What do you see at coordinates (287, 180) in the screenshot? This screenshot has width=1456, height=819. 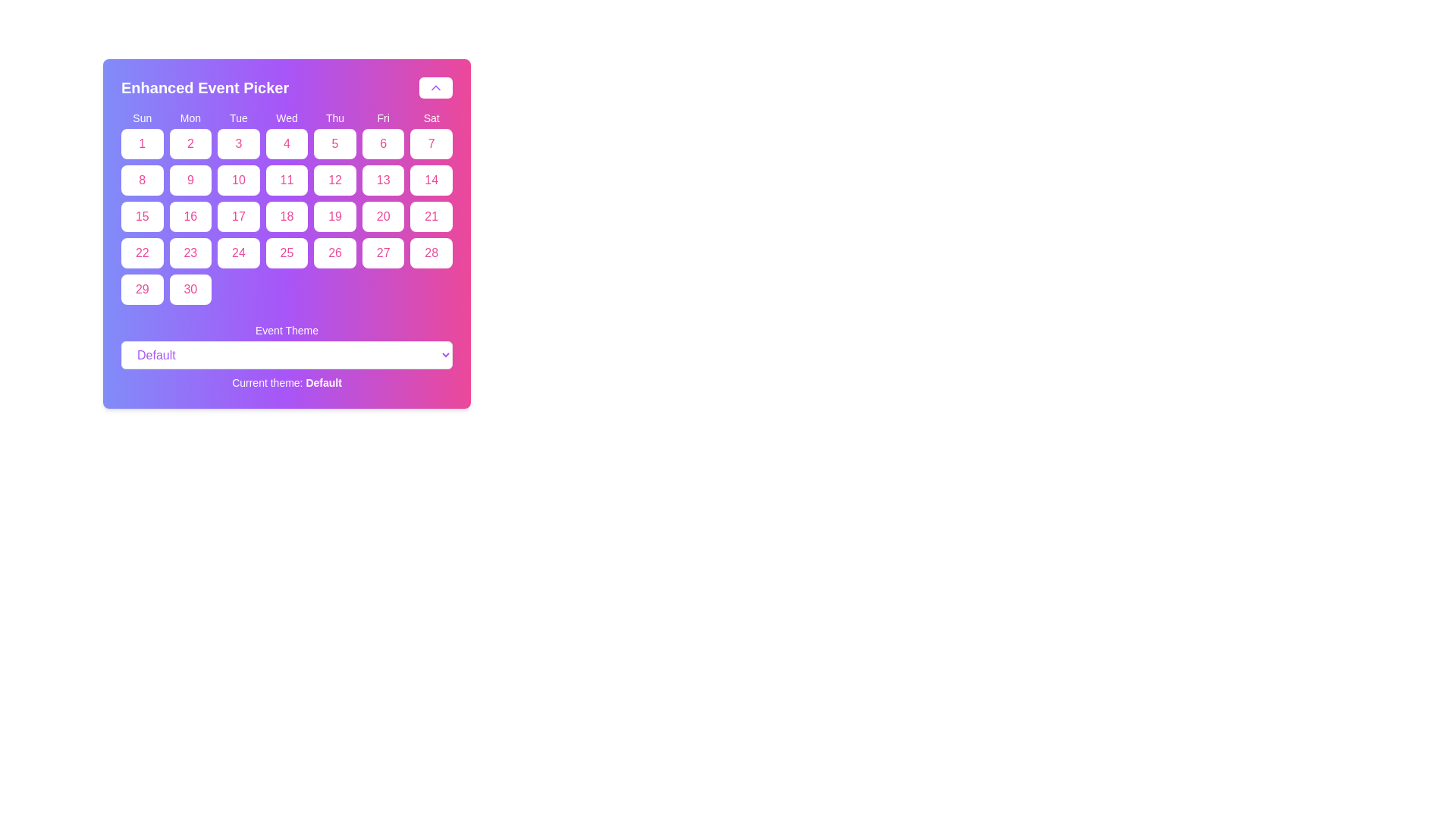 I see `the rectangular button with rounded corners, which has a white background and bold pink text displaying '11'` at bounding box center [287, 180].